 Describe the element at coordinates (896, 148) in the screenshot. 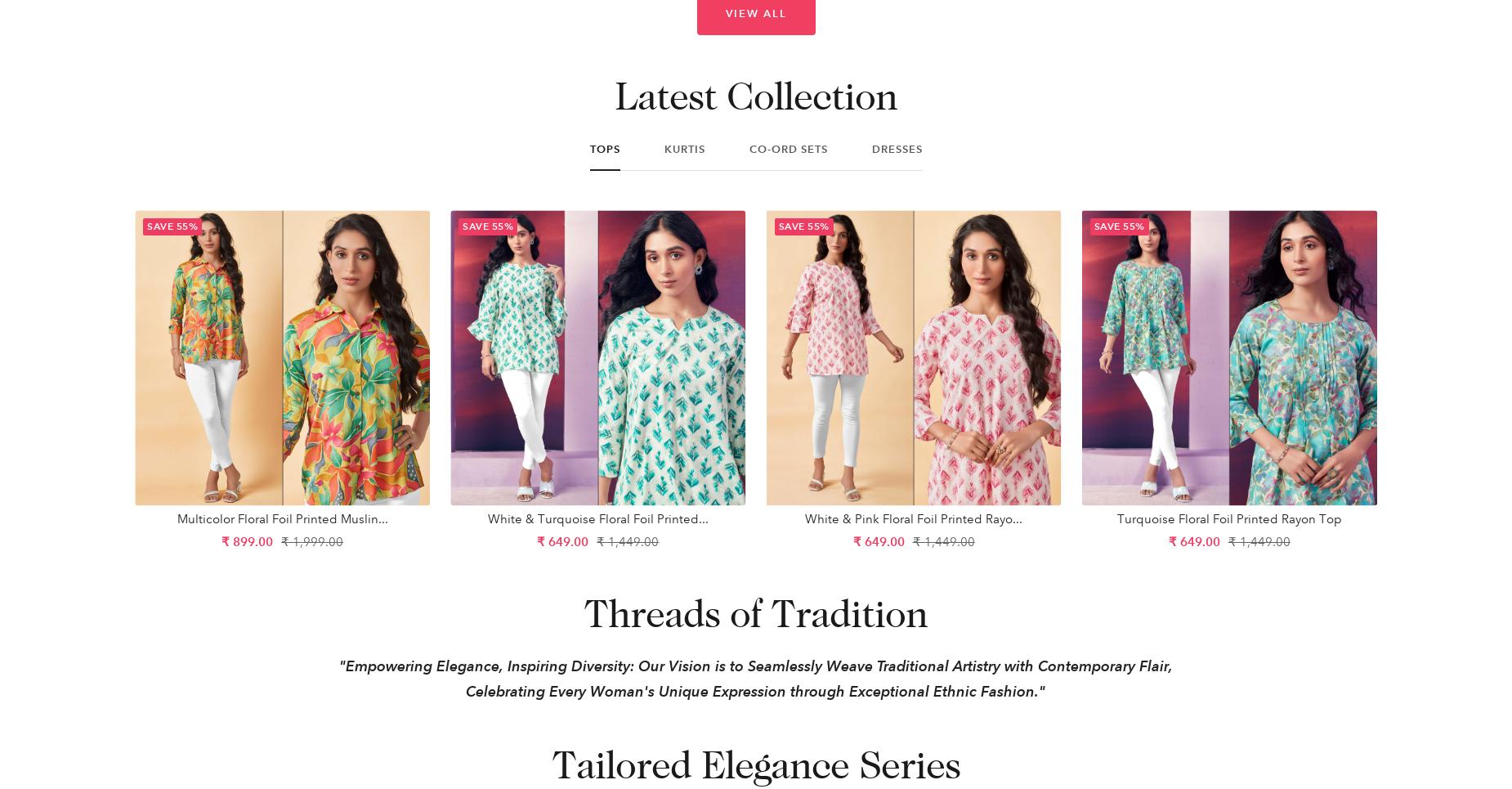

I see `'Dresses'` at that location.